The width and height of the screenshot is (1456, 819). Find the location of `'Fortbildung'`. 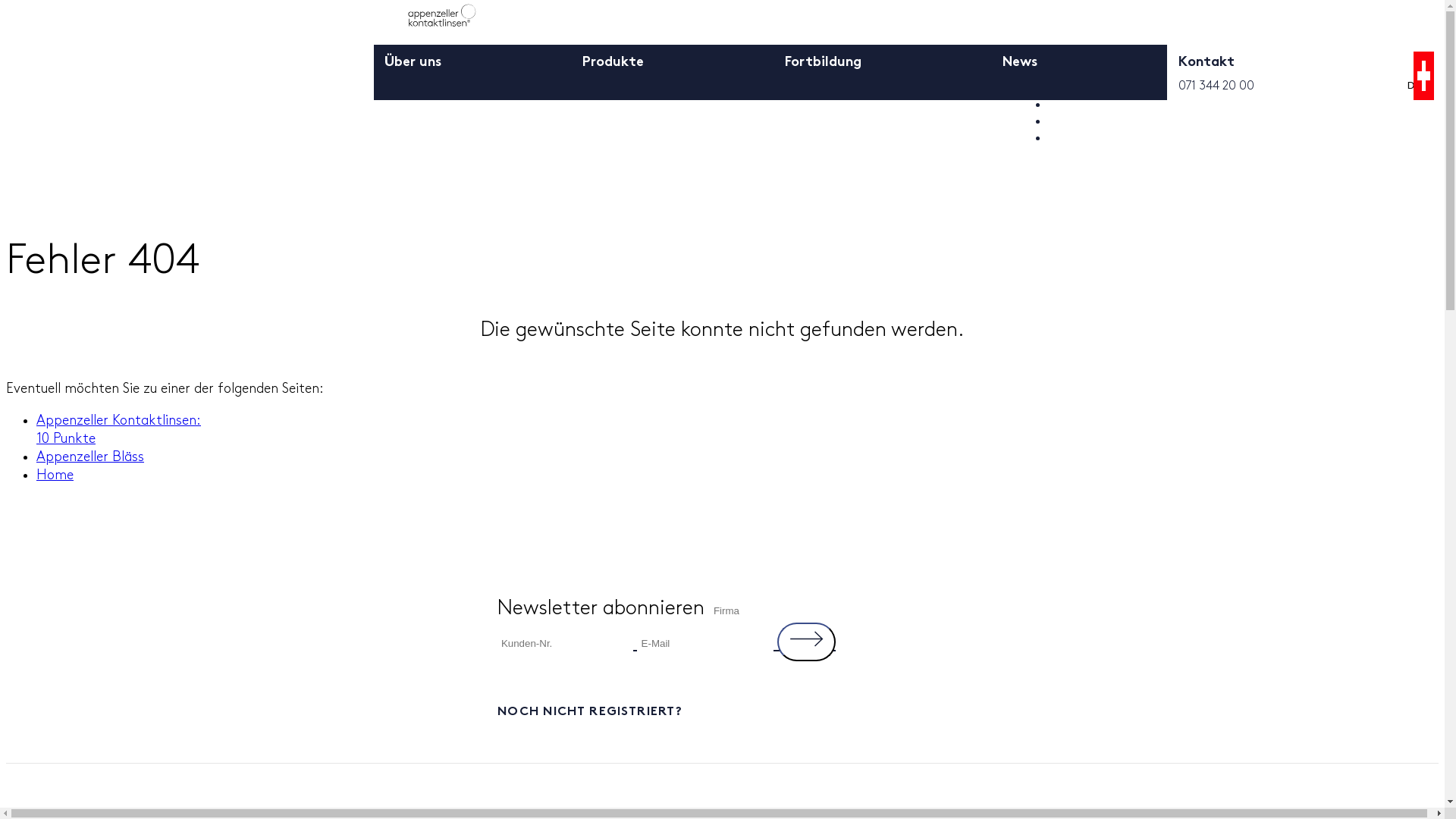

'Fortbildung' is located at coordinates (822, 70).